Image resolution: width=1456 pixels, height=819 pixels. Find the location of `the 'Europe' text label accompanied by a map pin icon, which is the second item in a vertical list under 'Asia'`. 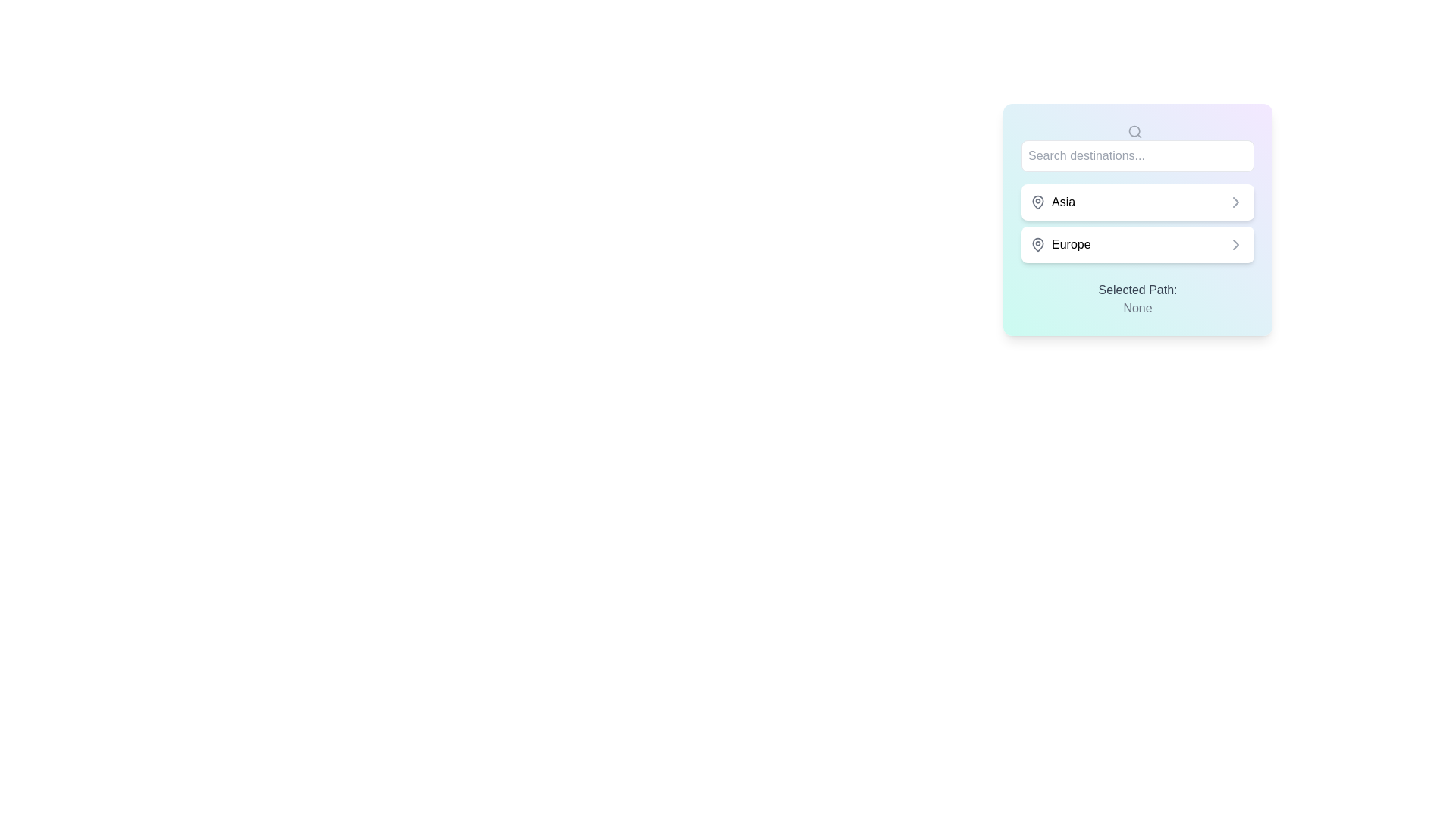

the 'Europe' text label accompanied by a map pin icon, which is the second item in a vertical list under 'Asia' is located at coordinates (1059, 244).